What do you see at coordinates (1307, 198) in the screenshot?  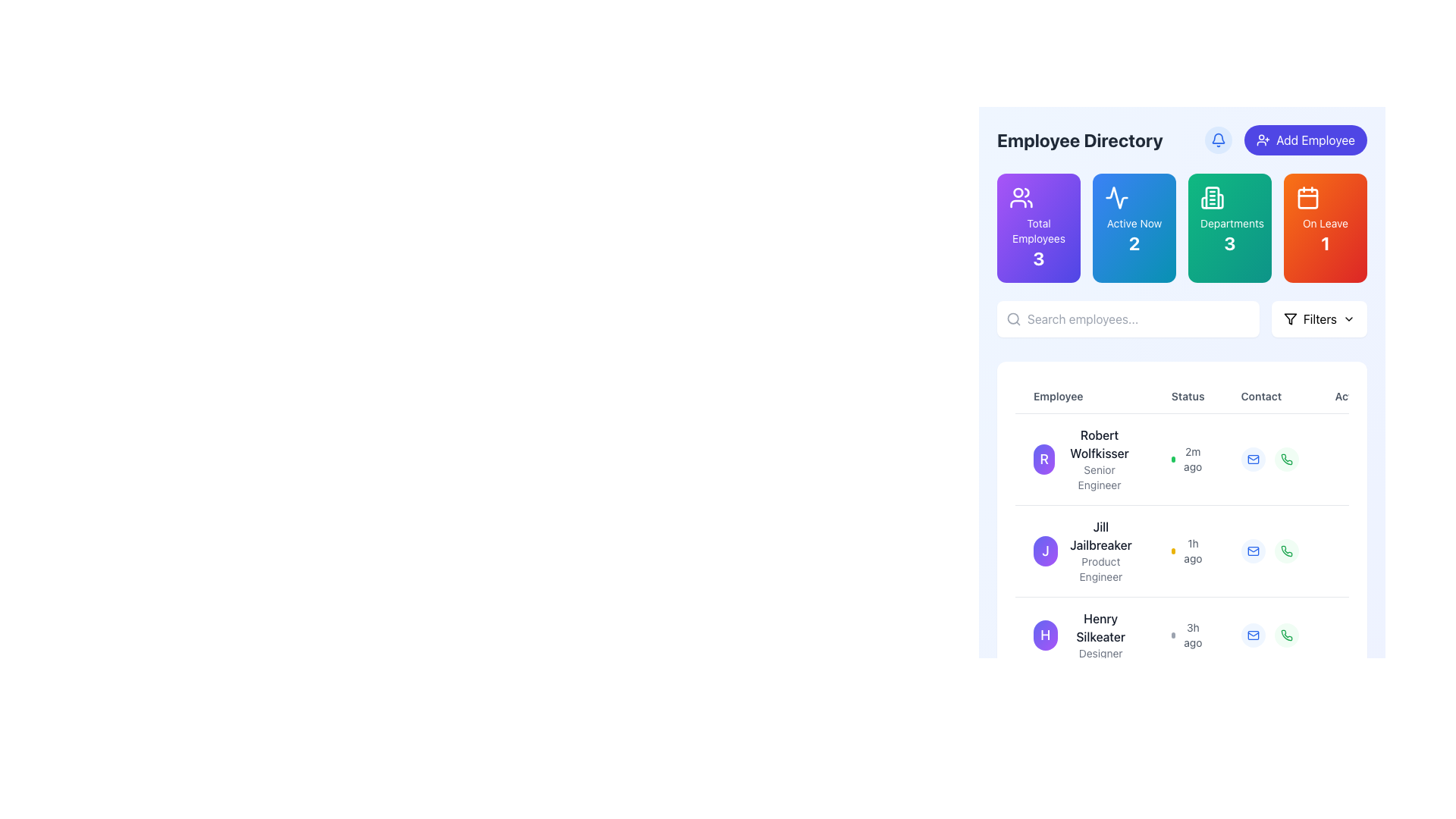 I see `the inner rectangular area of the calendar icon located in the top-right section of the interface` at bounding box center [1307, 198].